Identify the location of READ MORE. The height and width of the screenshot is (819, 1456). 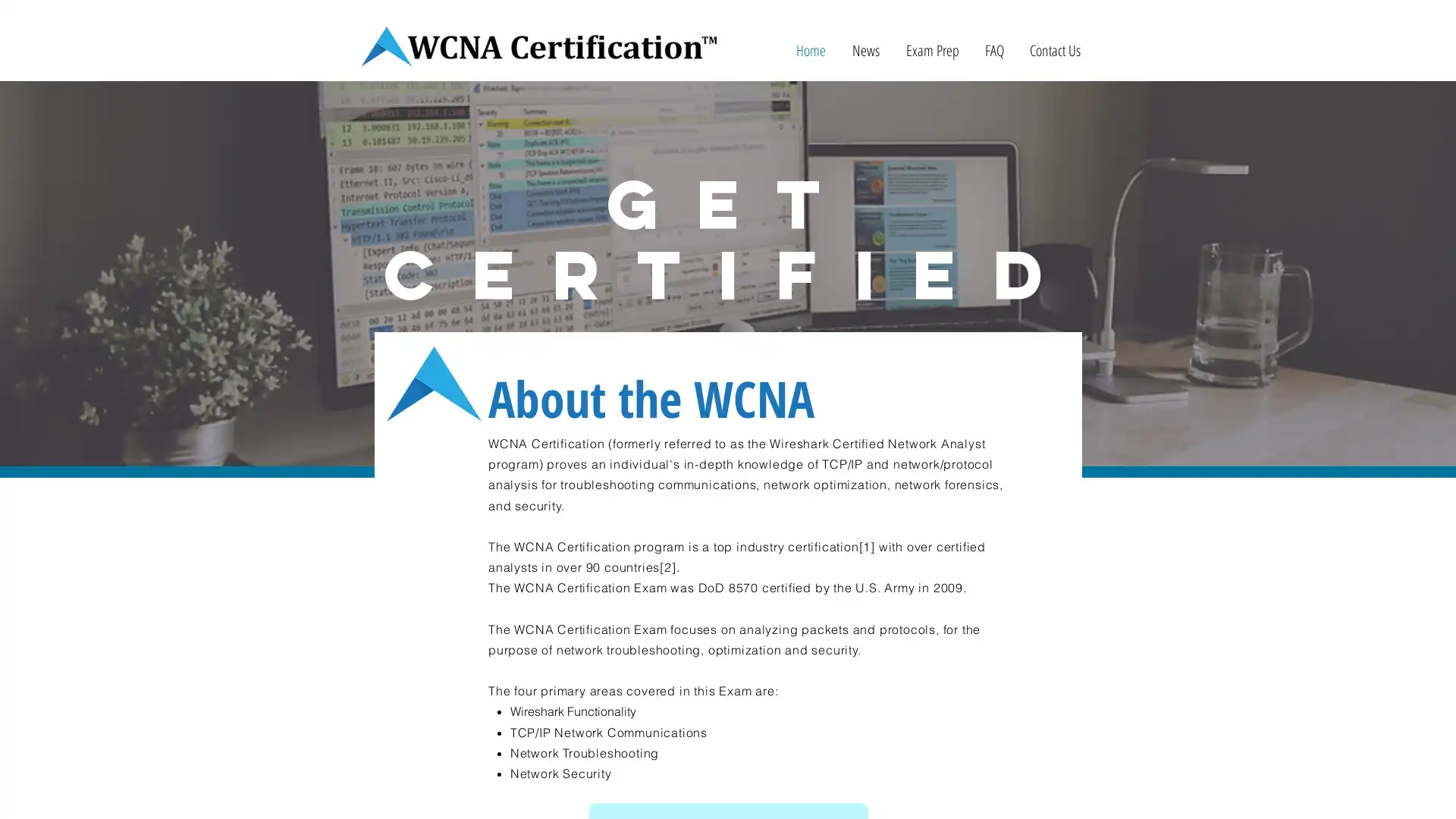
(728, 439).